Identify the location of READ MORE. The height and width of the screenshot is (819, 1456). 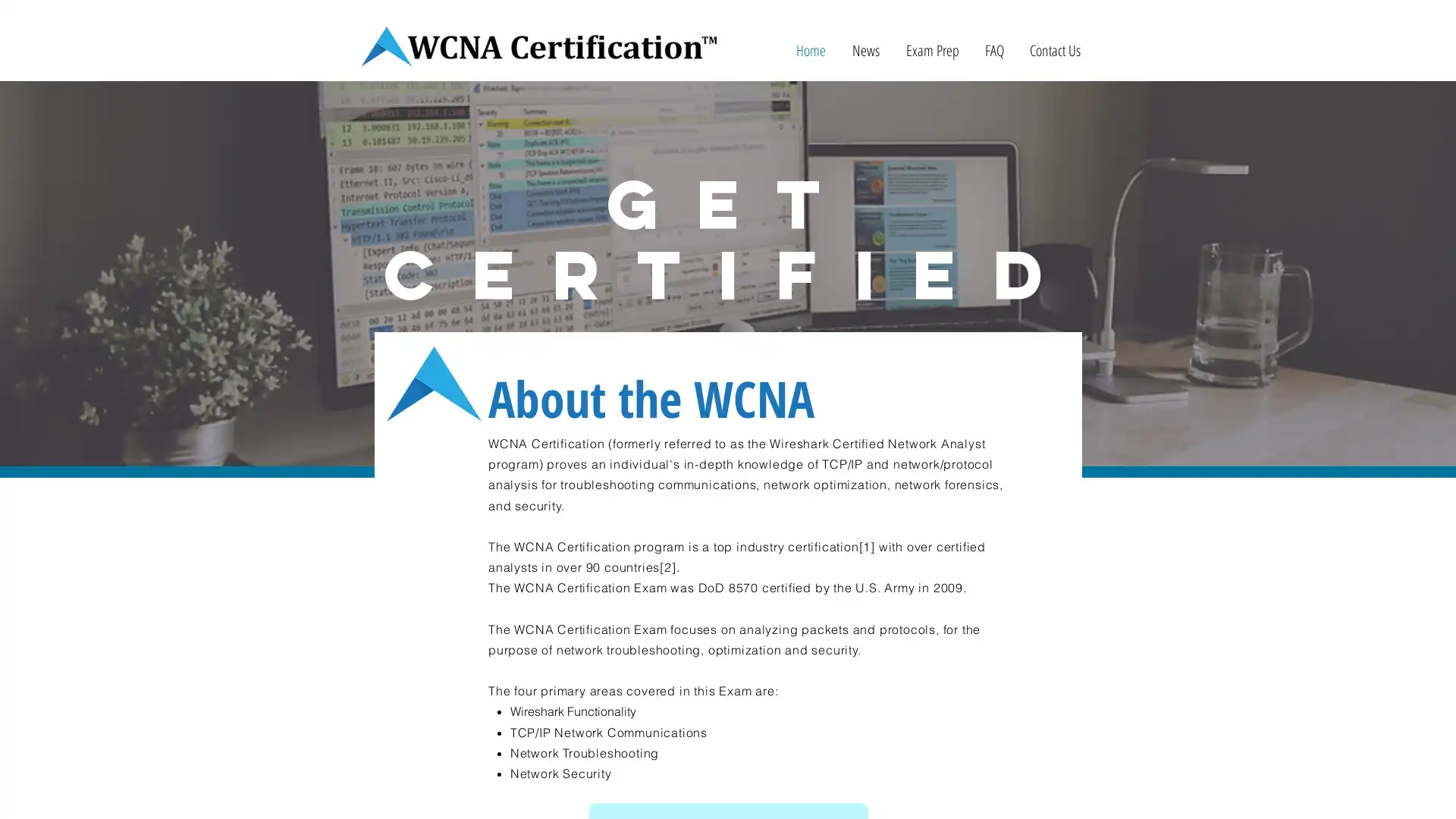
(728, 439).